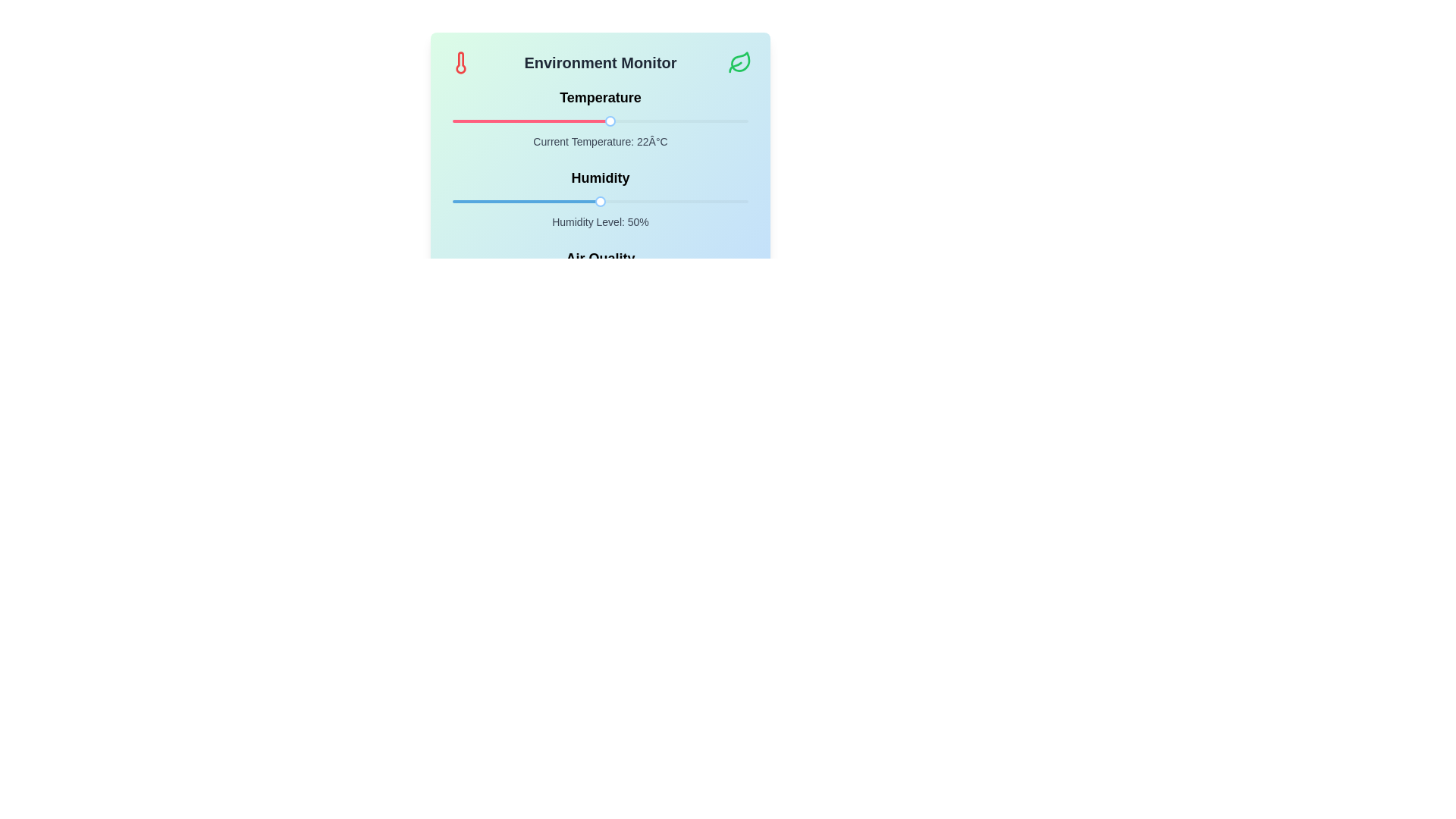  Describe the element at coordinates (629, 201) in the screenshot. I see `slider value` at that location.